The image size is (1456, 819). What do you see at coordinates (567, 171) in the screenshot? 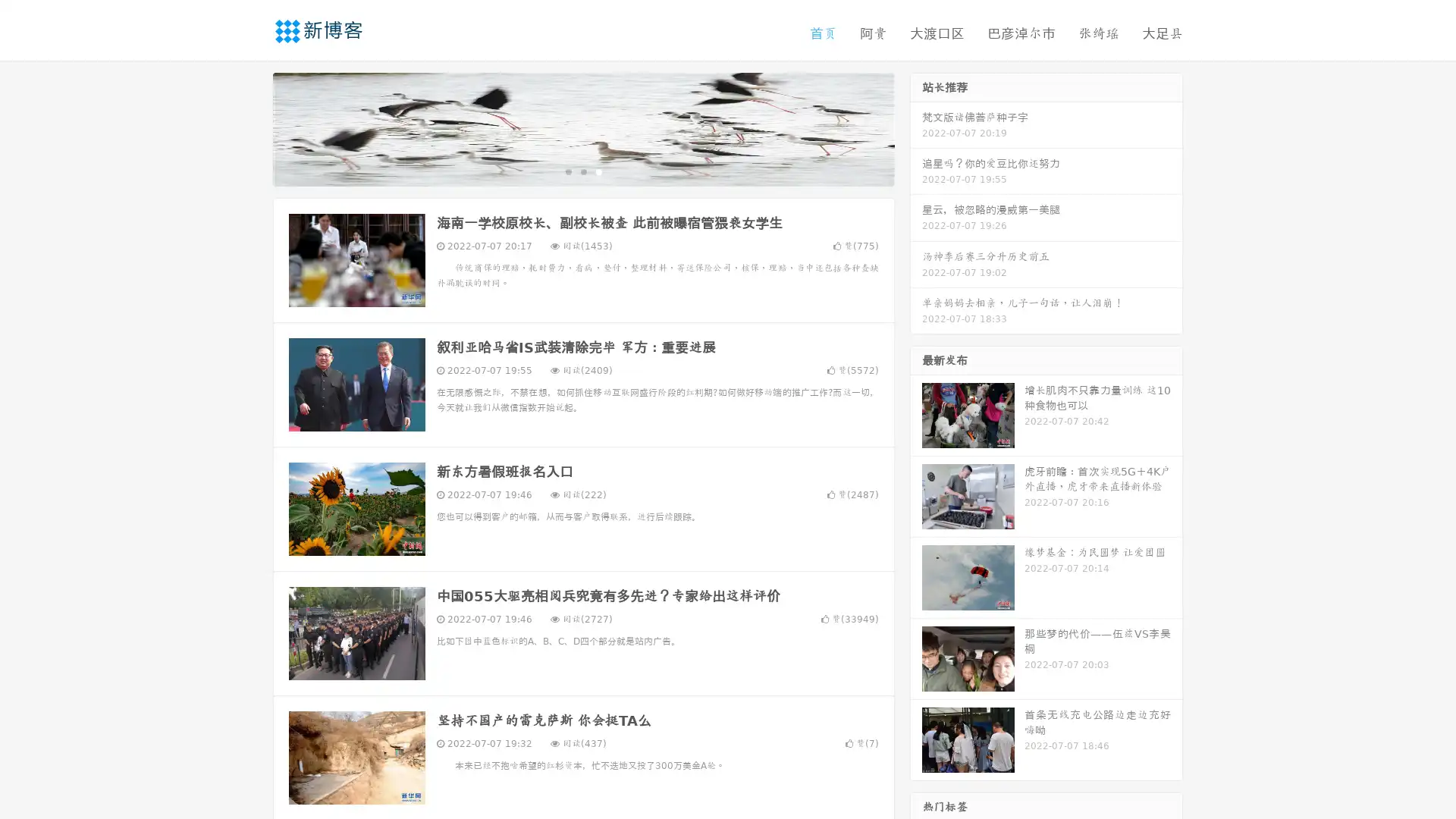
I see `Go to slide 1` at bounding box center [567, 171].